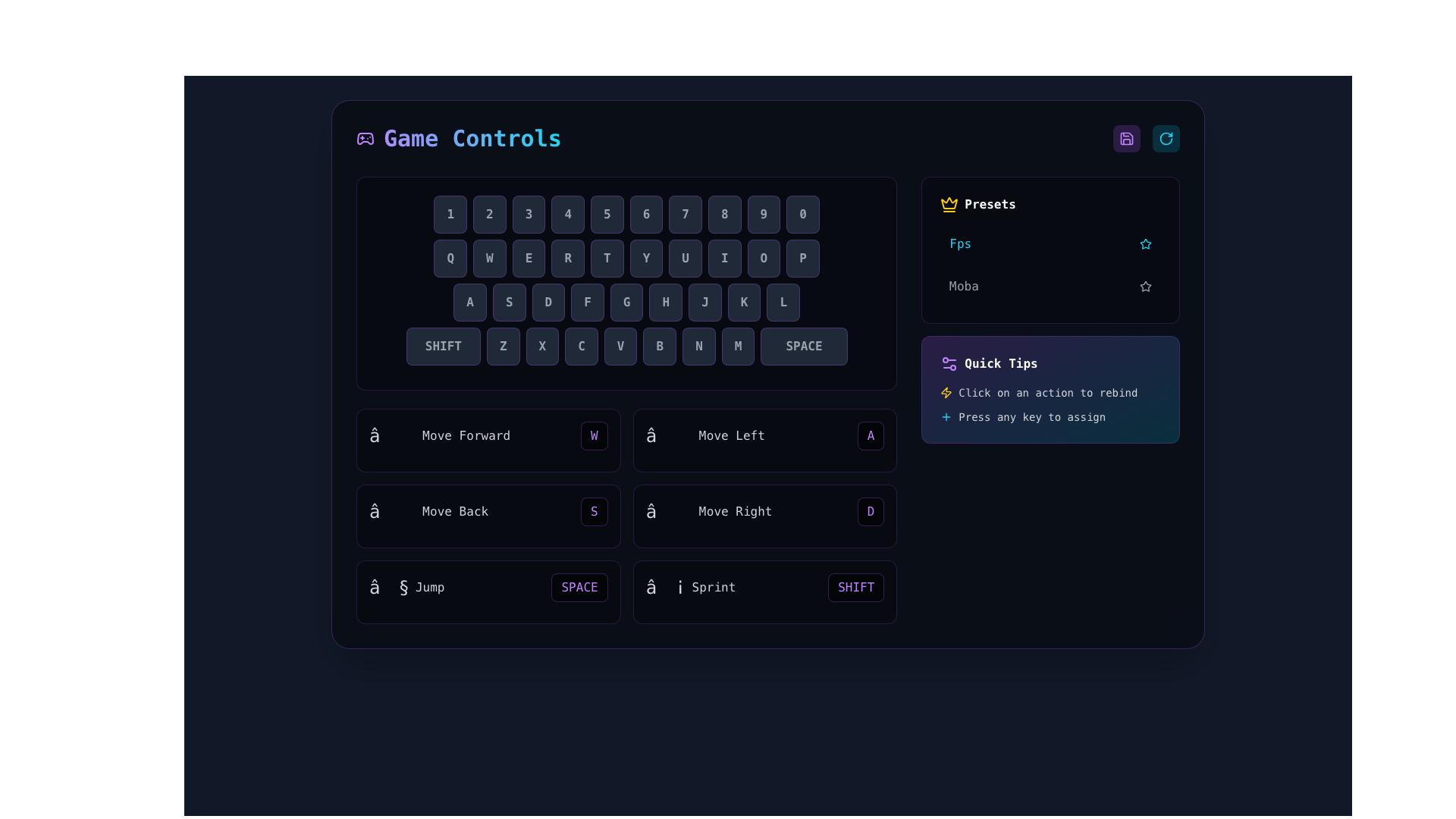 This screenshot has width=1456, height=819. Describe the element at coordinates (428, 512) in the screenshot. I see `the label indicating the functionality of moving backward in the game control settings, which is located in the lower-left section of the control panel, beneath the 'Move Forward' control` at that location.